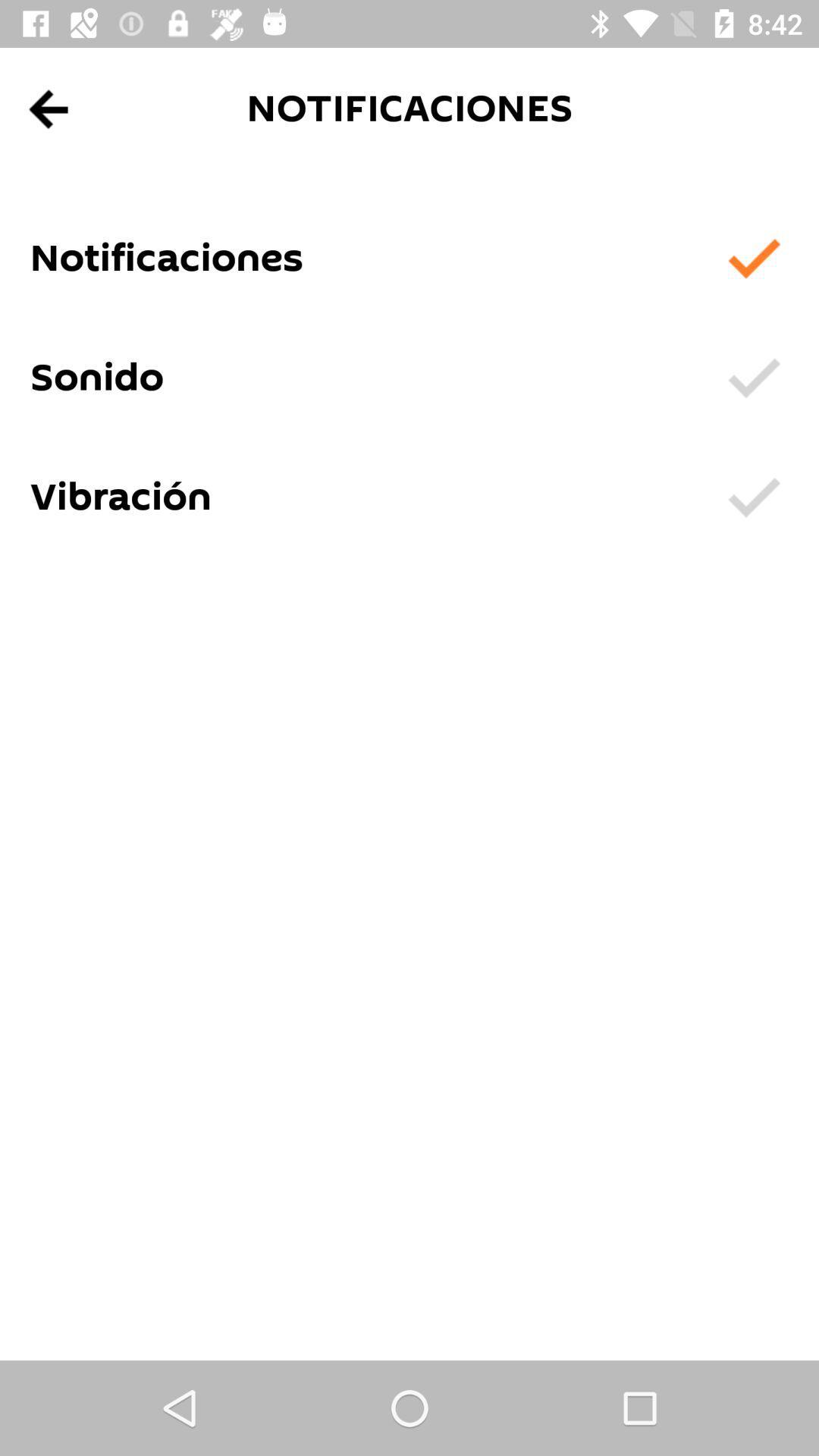 This screenshot has height=1456, width=819. Describe the element at coordinates (49, 108) in the screenshot. I see `the arrow_backward icon` at that location.